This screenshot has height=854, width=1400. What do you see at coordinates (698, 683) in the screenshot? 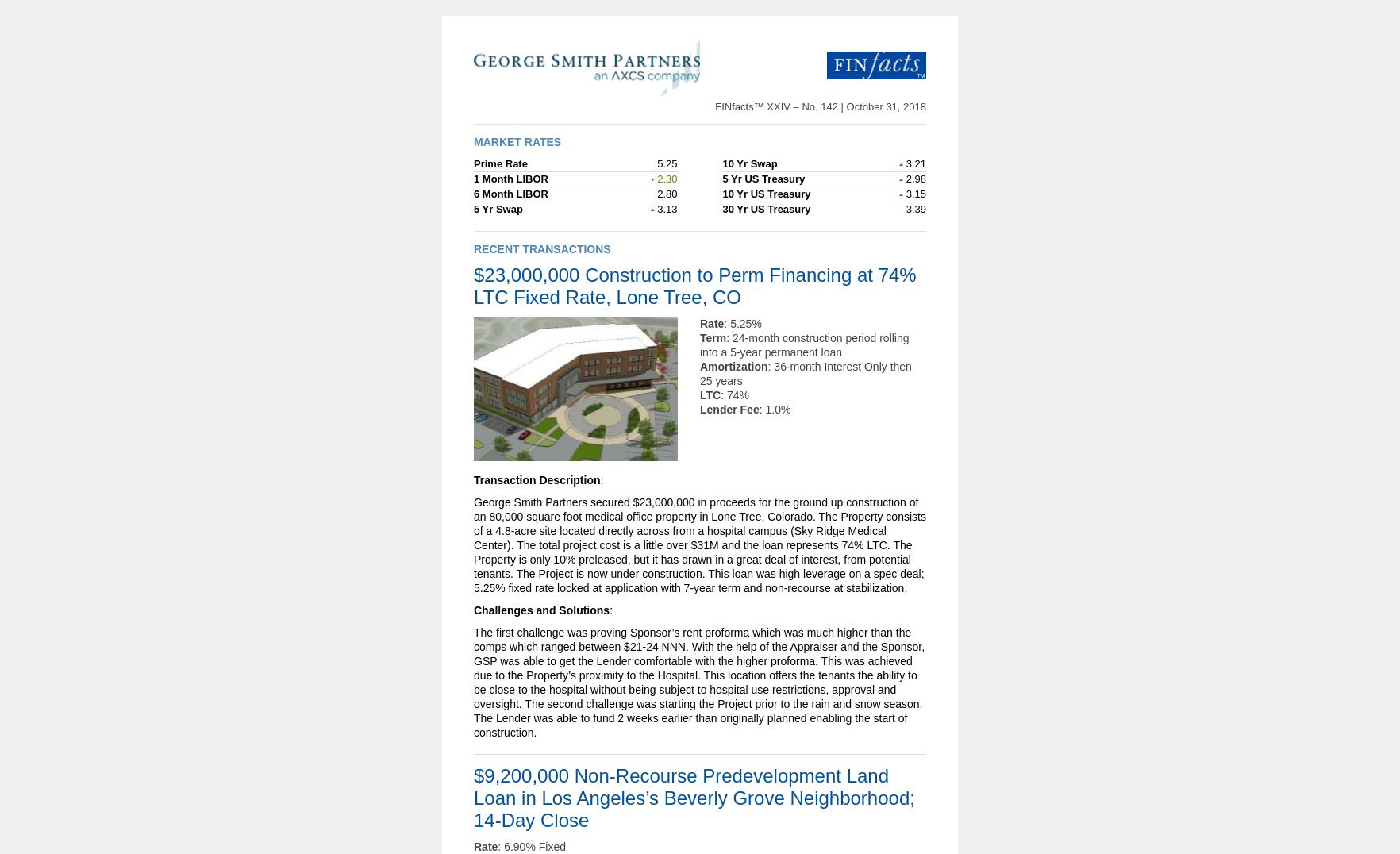
I see `'The first challenge was proving Sponsor’s rent proforma which was much higher than the comps which ranged between $21-24 NNN. With the help of the Appraiser and the Sponsor, GSP was able to get the Lender comfortable with the higher proforma. This was achieved due to the Property’s proximity to the Hospital. This location offers the tenants the ability to be close to the hospital without being subject to hospital use restrictions, approval and oversight. The second challenge was starting the Project prior to the rain and snow season. The Lender was able to fund 2 weeks earlier than originally planned enabling the start of construction.'` at bounding box center [698, 683].